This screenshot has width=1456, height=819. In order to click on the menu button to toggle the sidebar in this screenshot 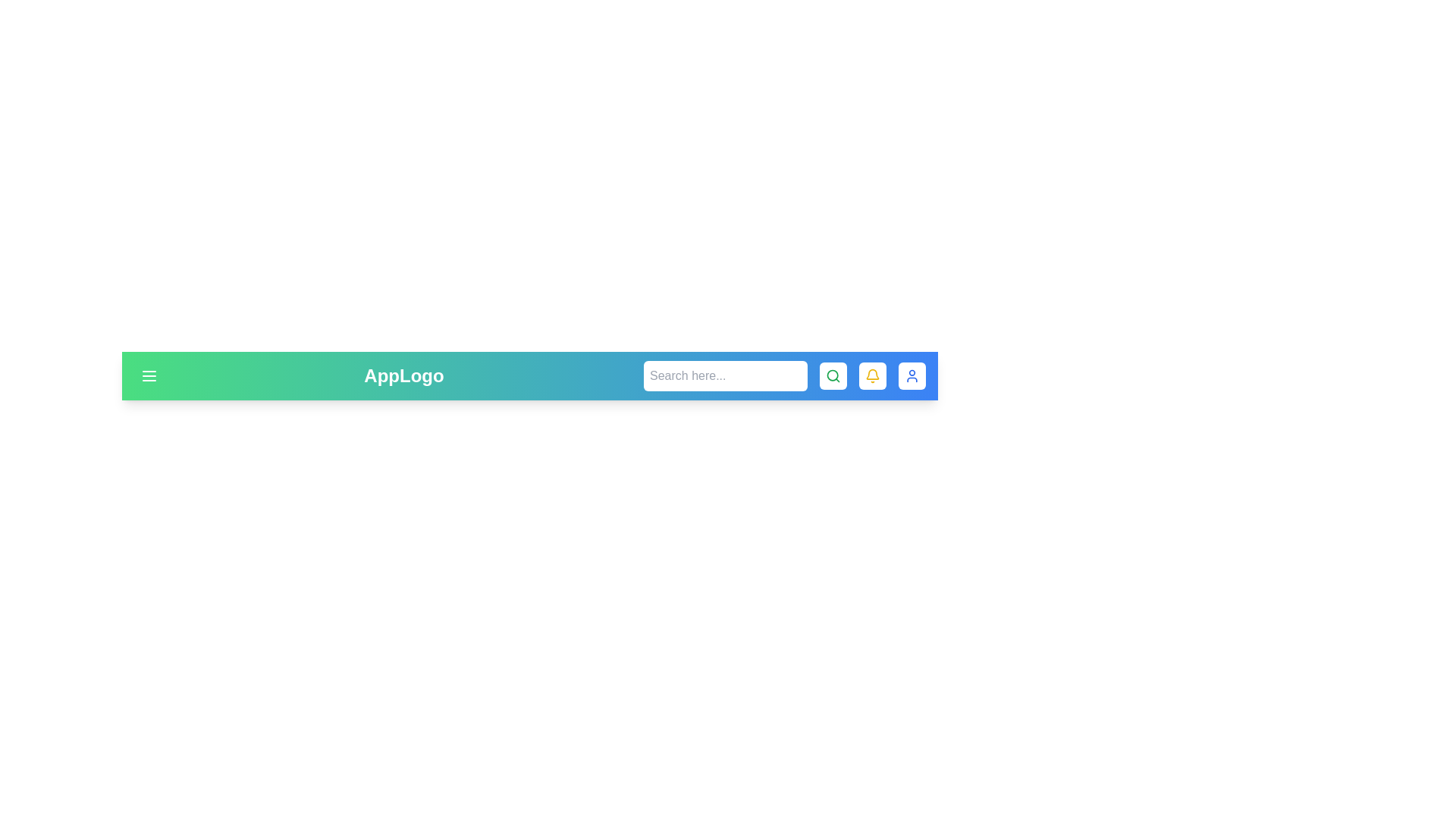, I will do `click(149, 375)`.